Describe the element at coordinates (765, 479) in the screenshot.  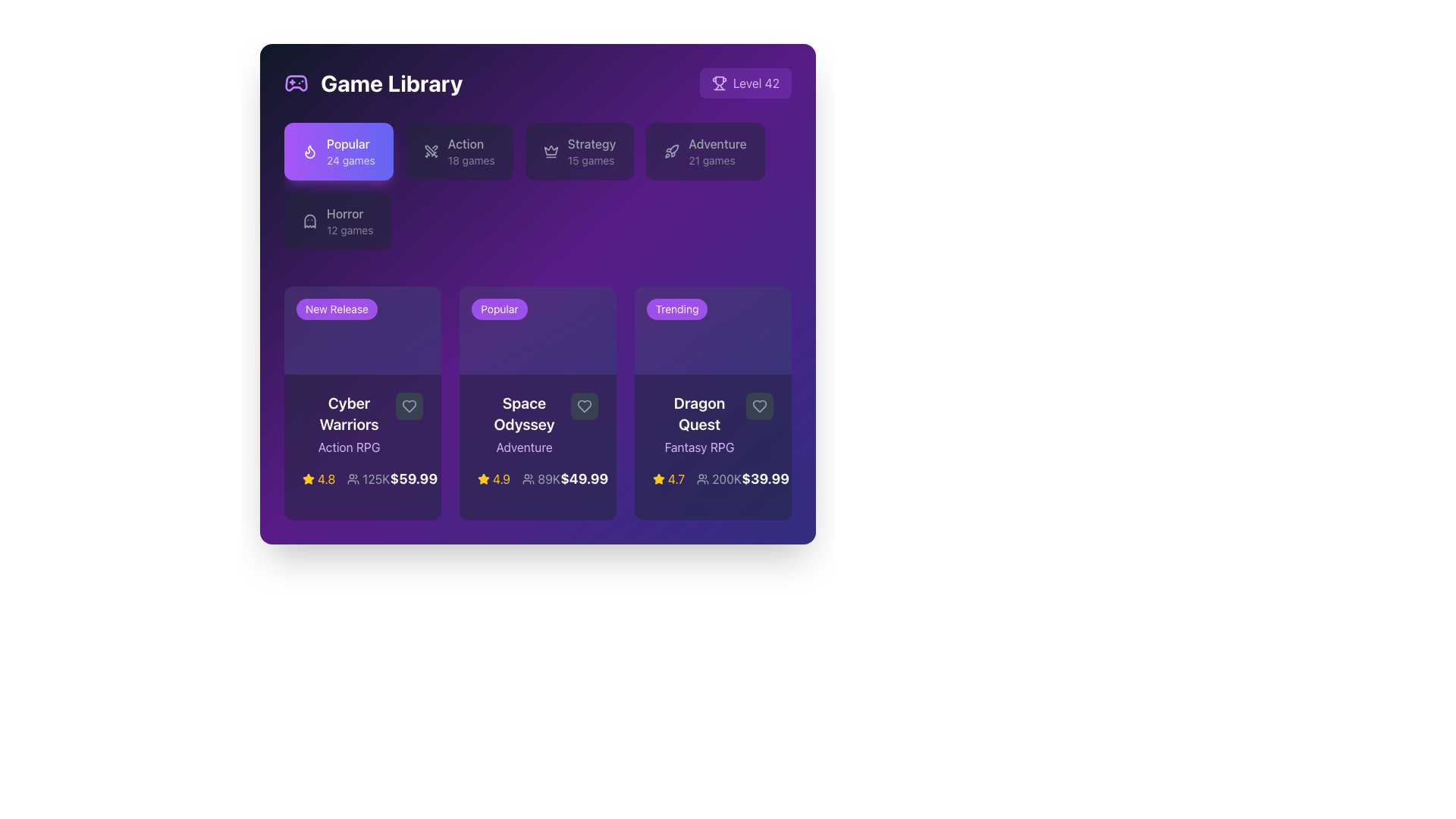
I see `price information displayed in the bottom-right corner of the third card in a three-card row layout` at that location.